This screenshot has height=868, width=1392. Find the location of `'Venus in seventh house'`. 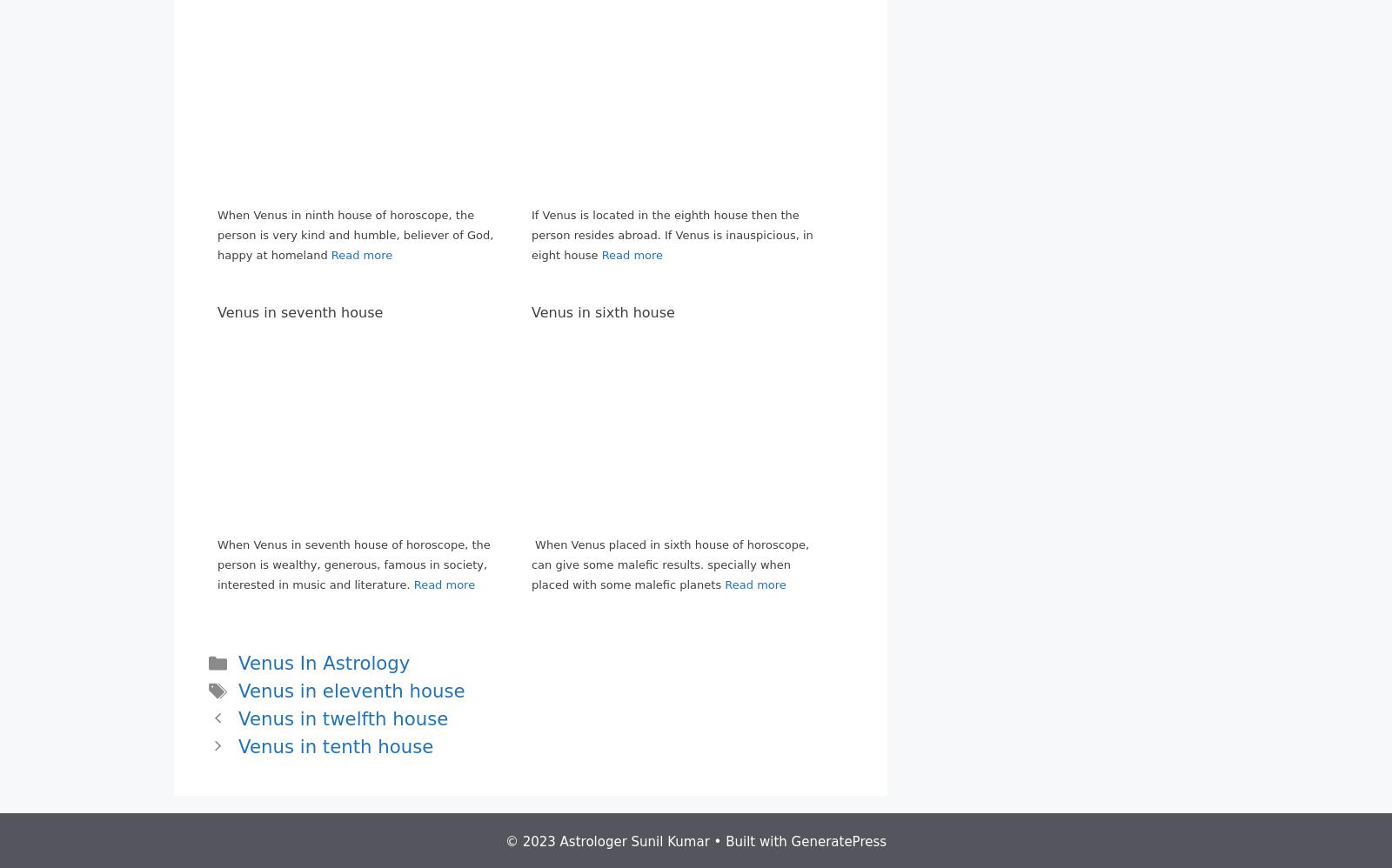

'Venus in seventh house' is located at coordinates (299, 310).